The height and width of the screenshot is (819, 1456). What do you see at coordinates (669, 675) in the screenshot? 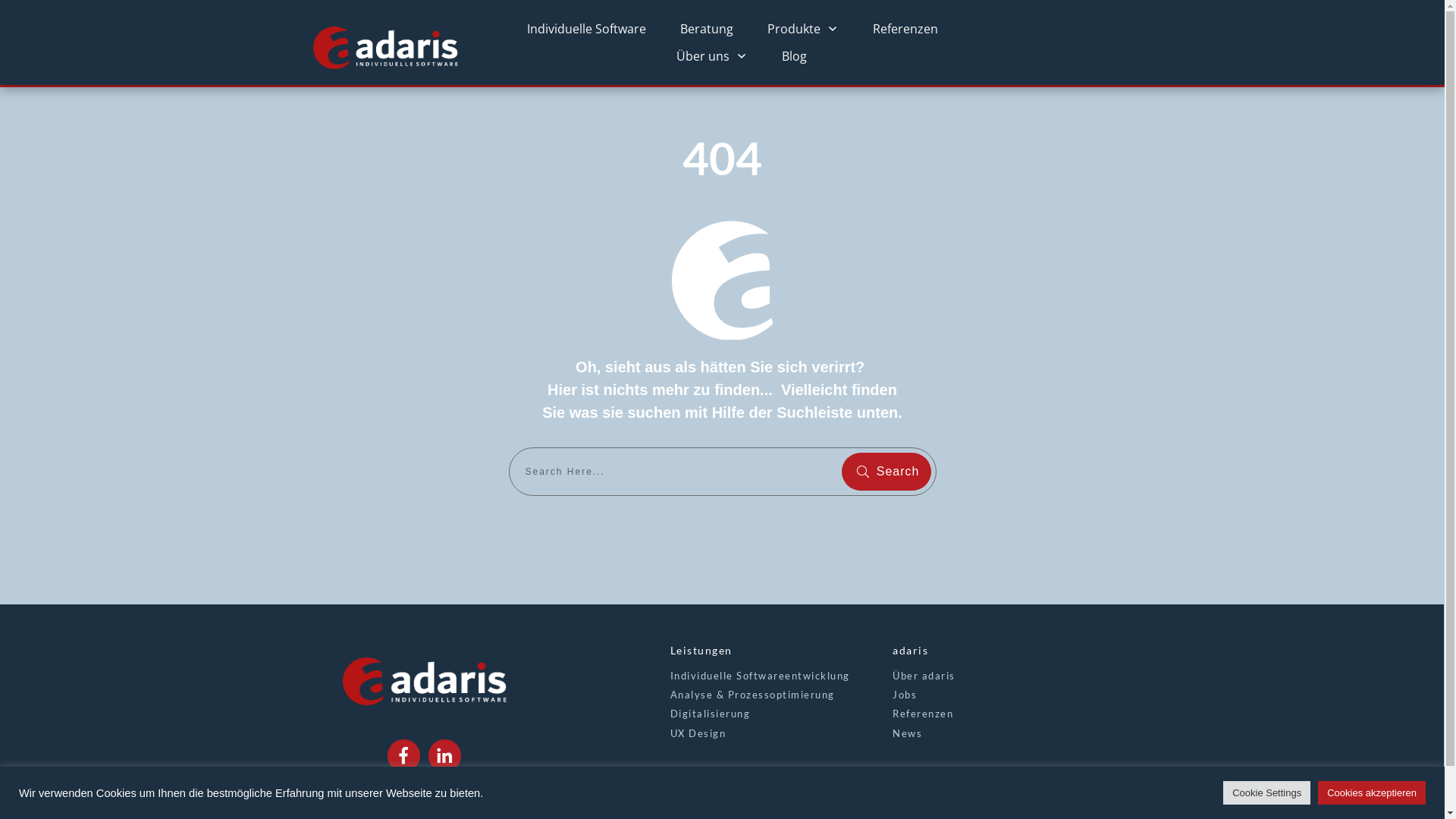
I see `'Individuelle Softwareentwicklung'` at bounding box center [669, 675].